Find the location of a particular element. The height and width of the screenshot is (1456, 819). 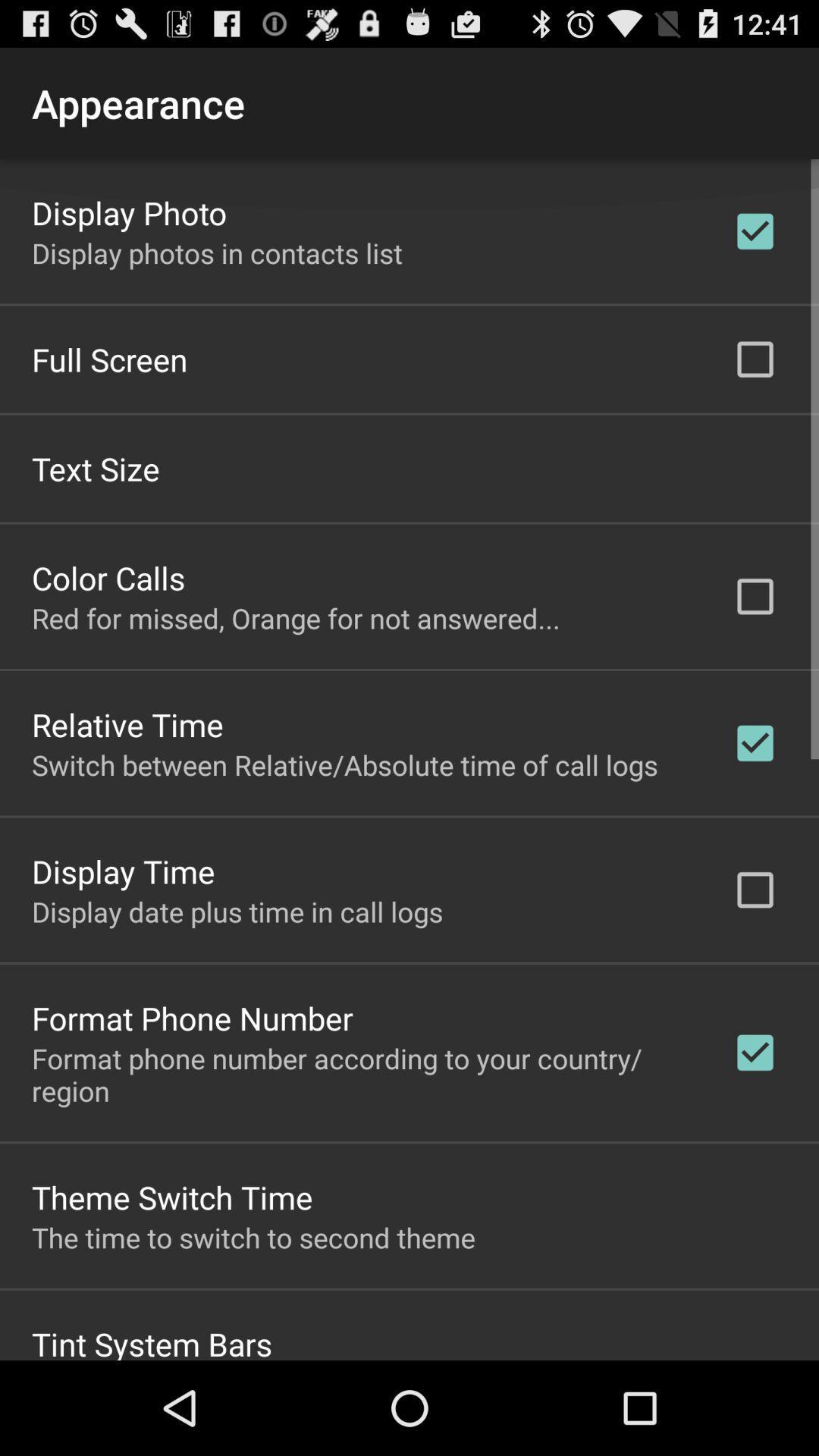

the display photo item is located at coordinates (128, 211).